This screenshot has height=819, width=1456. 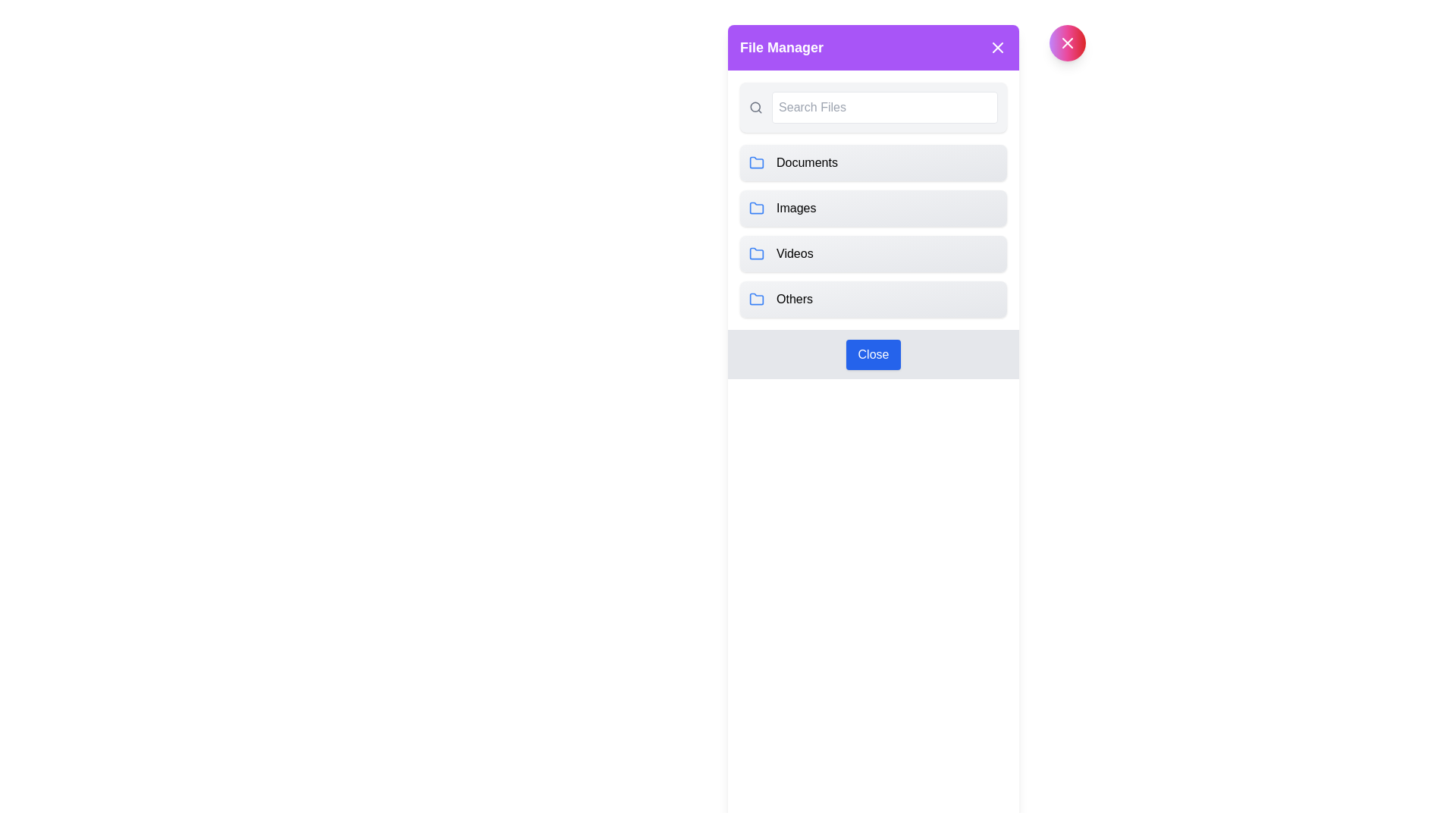 I want to click on the magnifying glass icon, which is a circular SVG element associated with search functionality, located to the left of the 'Search Files' input field, so click(x=756, y=107).